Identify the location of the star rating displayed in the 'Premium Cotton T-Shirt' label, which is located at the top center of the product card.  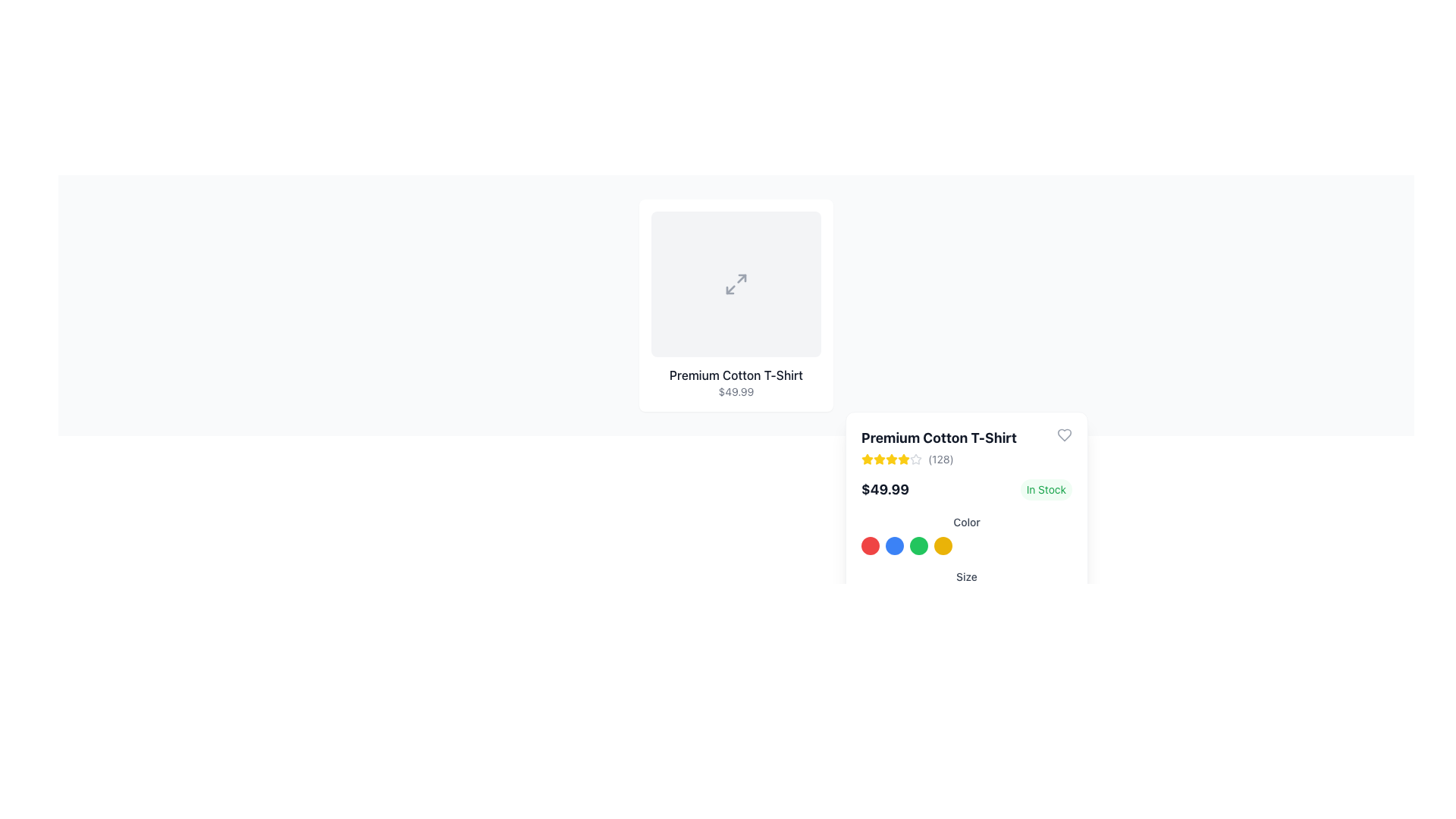
(938, 447).